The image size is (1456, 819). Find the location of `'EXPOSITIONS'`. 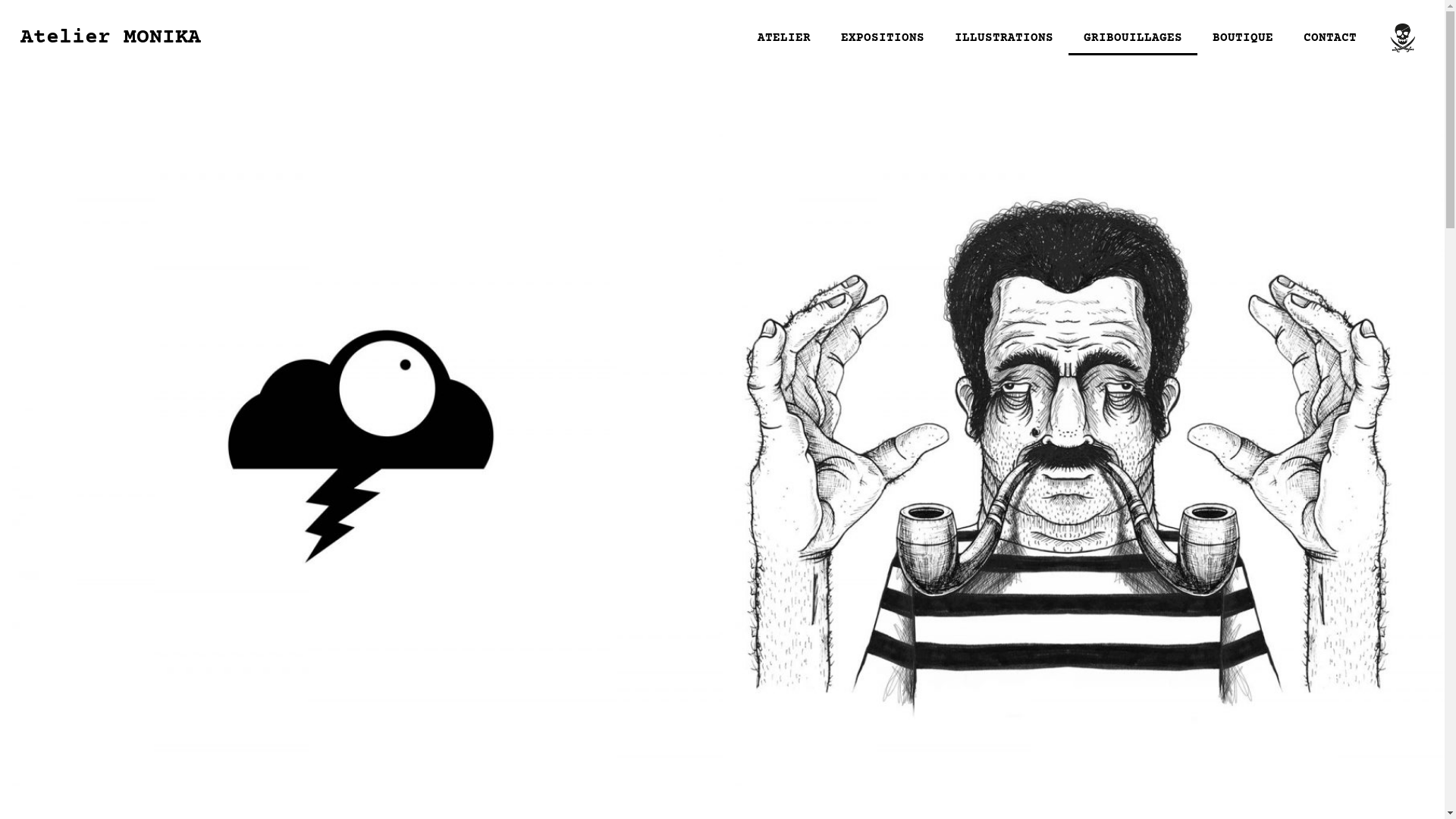

'EXPOSITIONS' is located at coordinates (825, 37).